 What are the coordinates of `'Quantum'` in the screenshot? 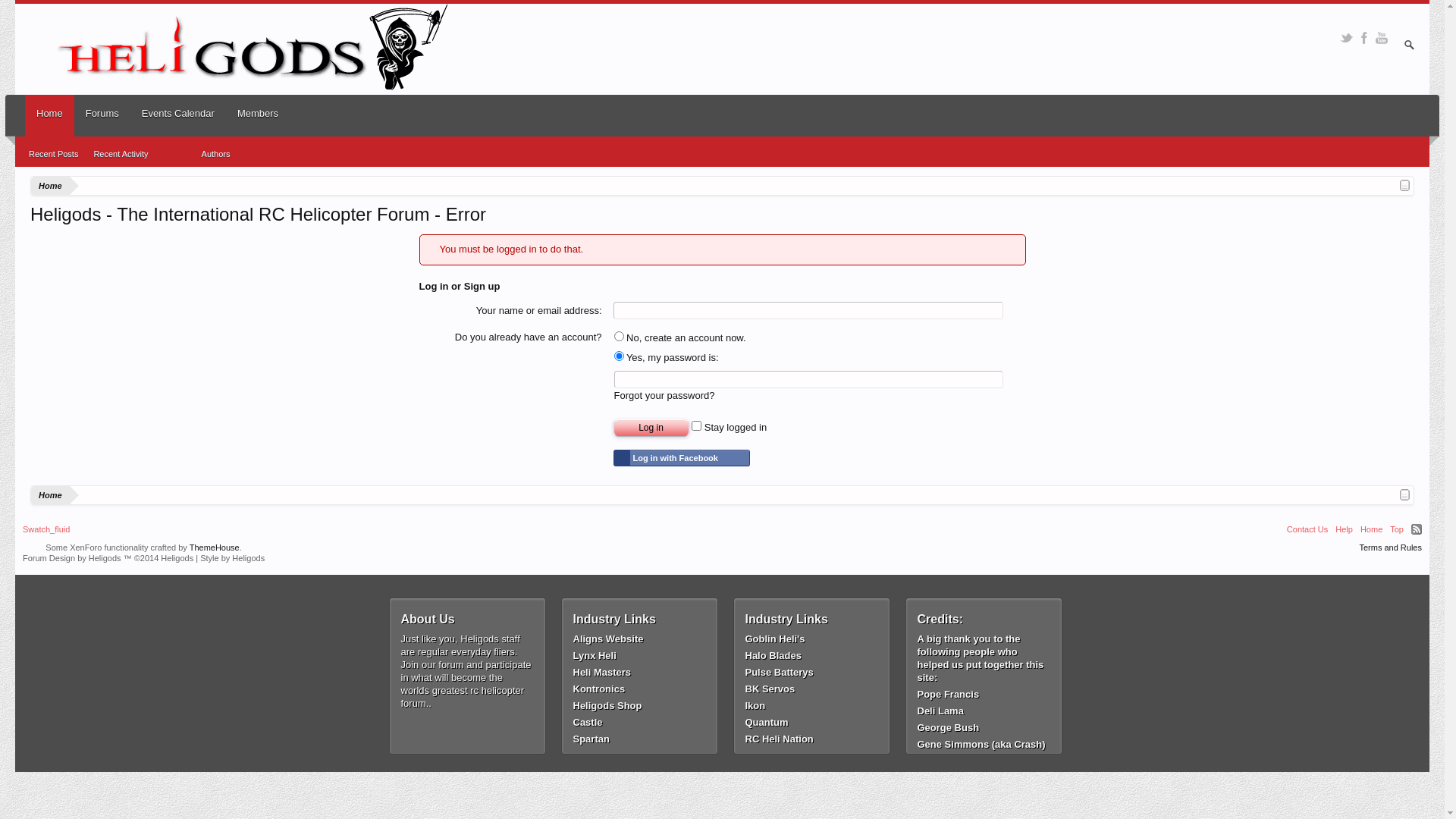 It's located at (810, 721).